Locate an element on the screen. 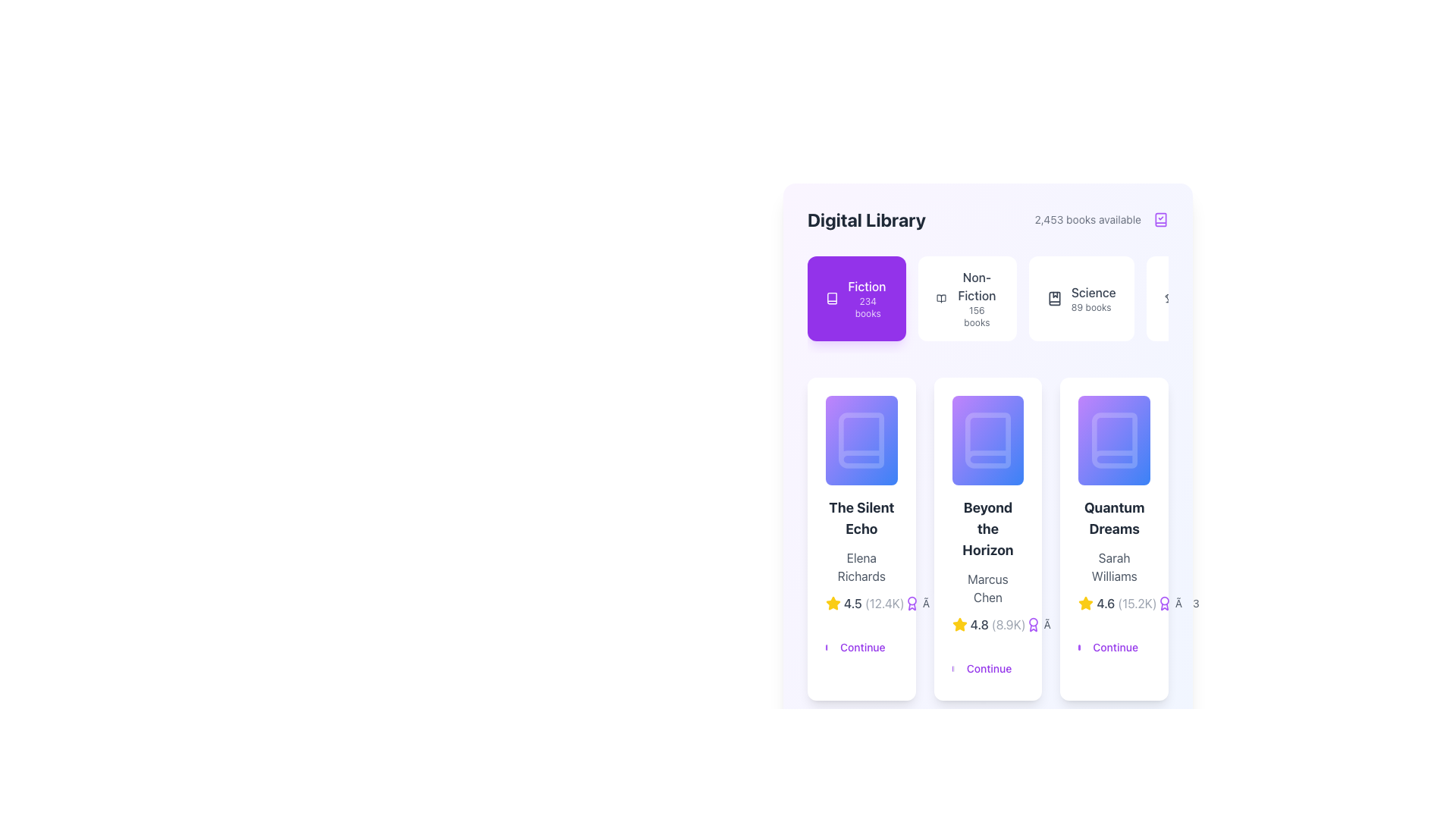 This screenshot has width=1456, height=819. the text label reading 'Quantum Dreams' located in the header of the third card under the 'Fiction' tab in the 'Digital Library' interface is located at coordinates (1114, 518).